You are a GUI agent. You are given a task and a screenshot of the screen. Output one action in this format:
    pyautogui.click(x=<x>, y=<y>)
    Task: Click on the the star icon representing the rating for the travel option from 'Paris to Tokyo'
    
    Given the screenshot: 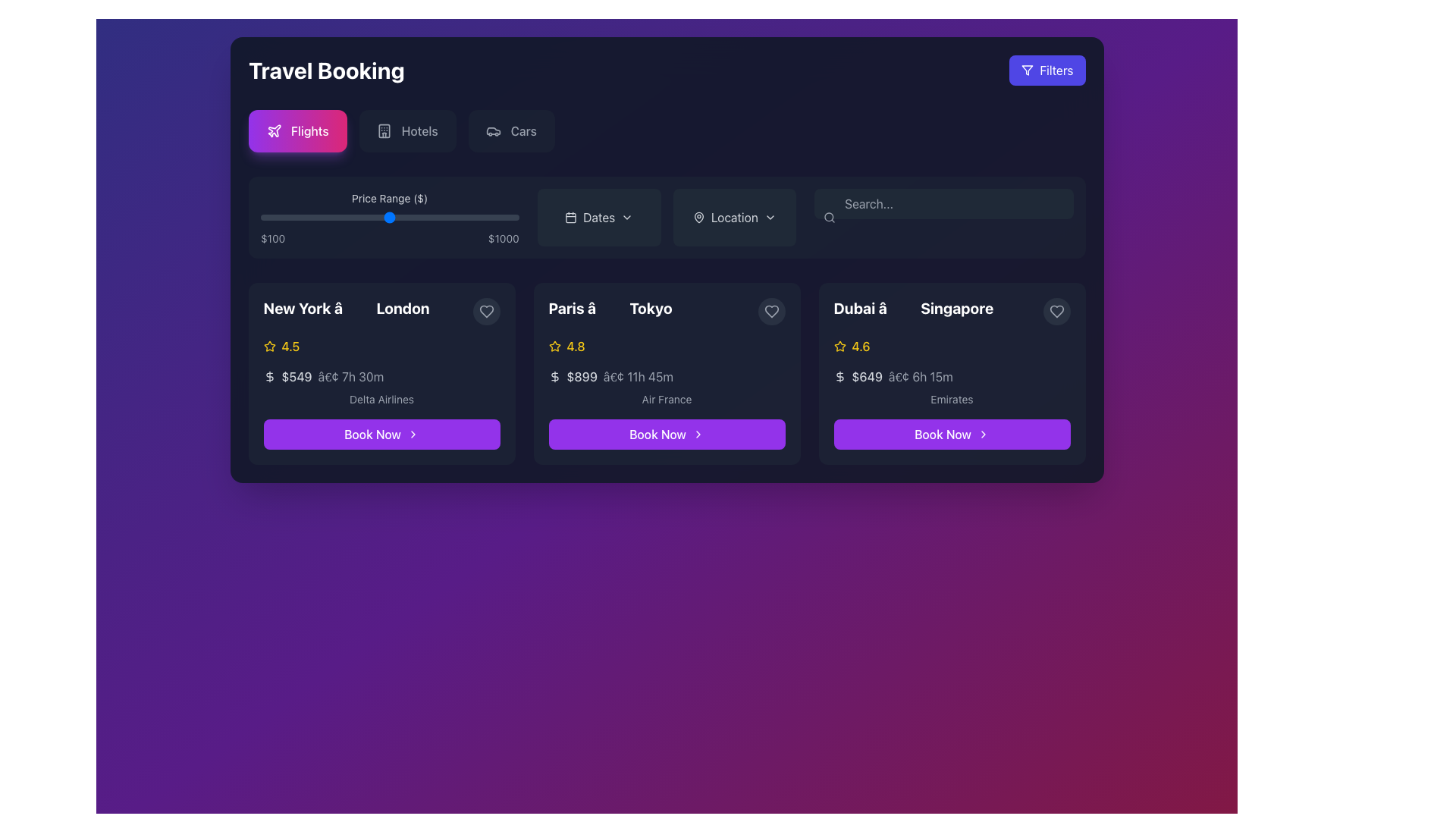 What is the action you would take?
    pyautogui.click(x=554, y=346)
    